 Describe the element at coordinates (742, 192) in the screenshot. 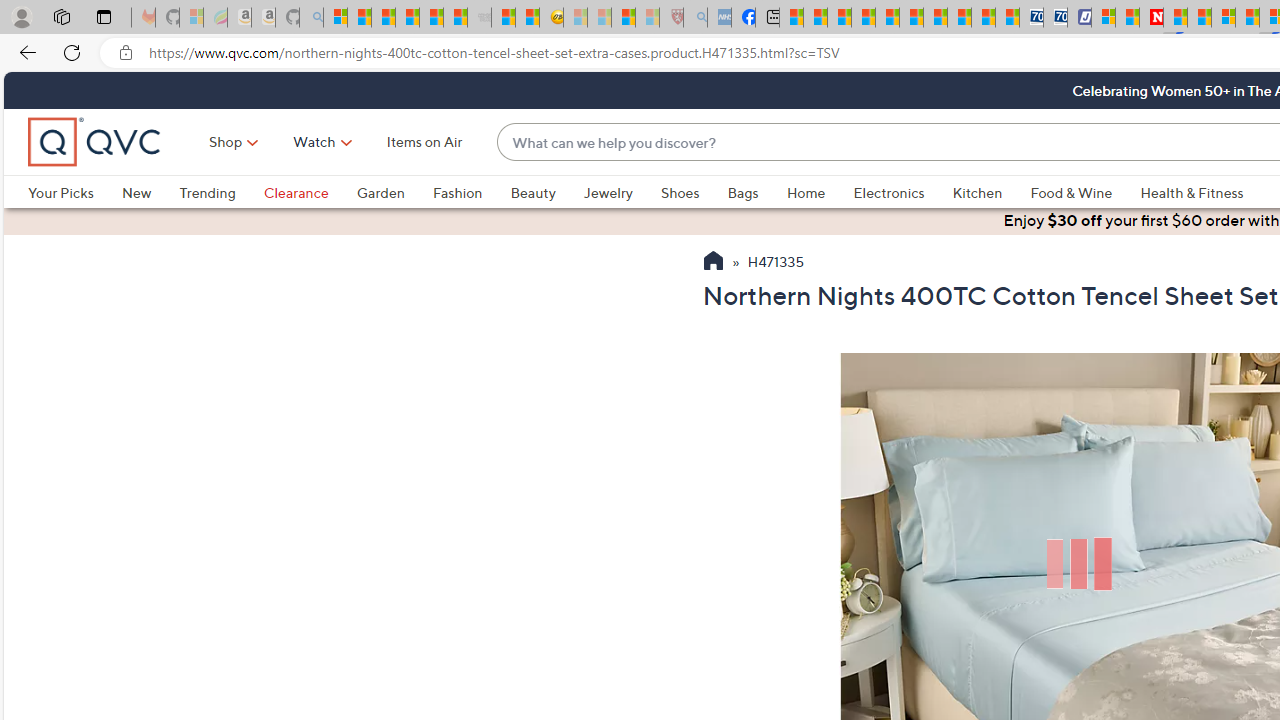

I see `'Bags'` at that location.